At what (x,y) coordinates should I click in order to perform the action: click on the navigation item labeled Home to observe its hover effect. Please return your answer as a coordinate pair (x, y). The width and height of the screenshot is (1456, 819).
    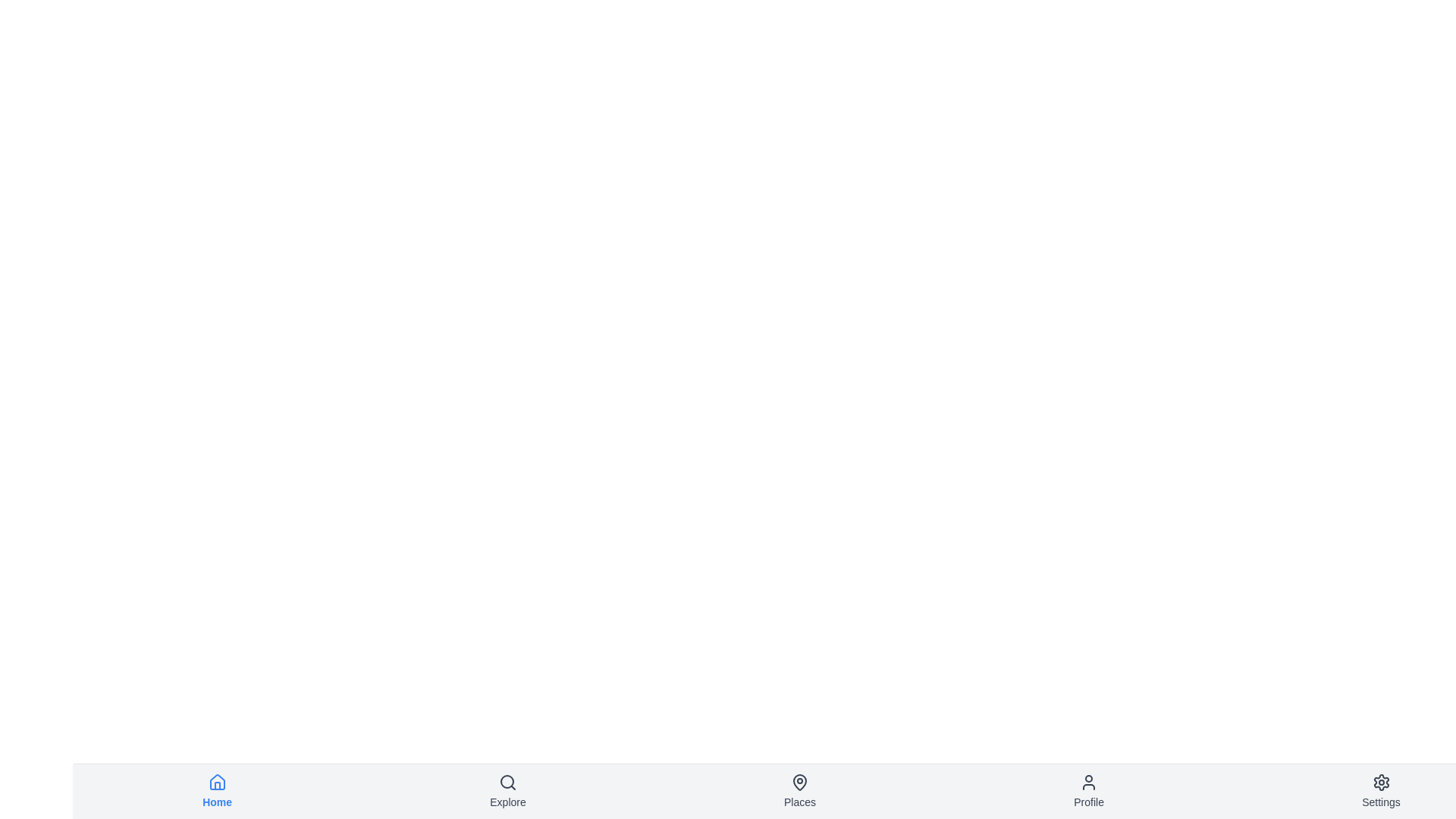
    Looking at the image, I should click on (216, 791).